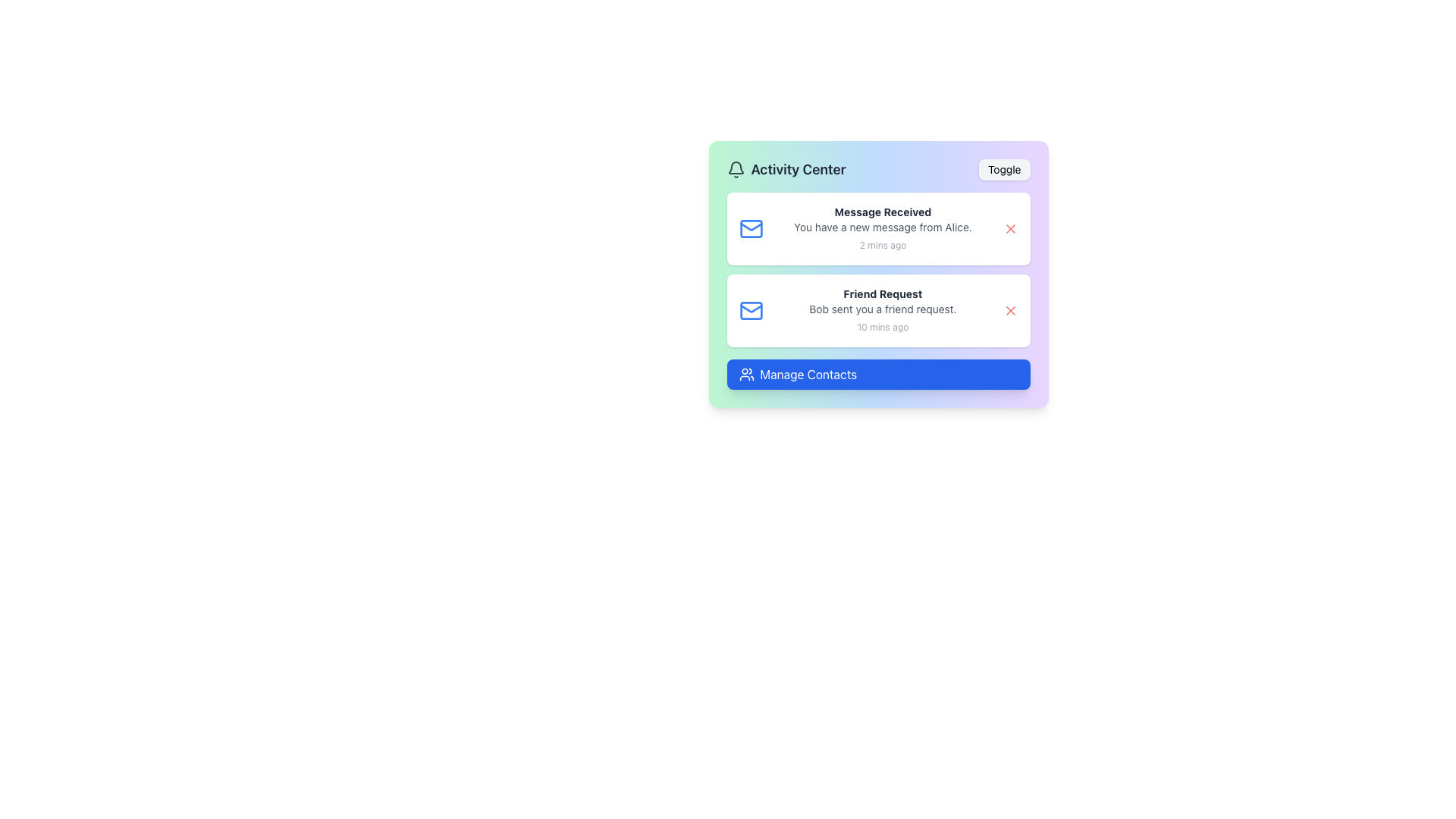 The width and height of the screenshot is (1456, 819). I want to click on the gray bell-shaped icon located to the left of the 'Activity Center' text in the title section of the card interface, so click(736, 169).